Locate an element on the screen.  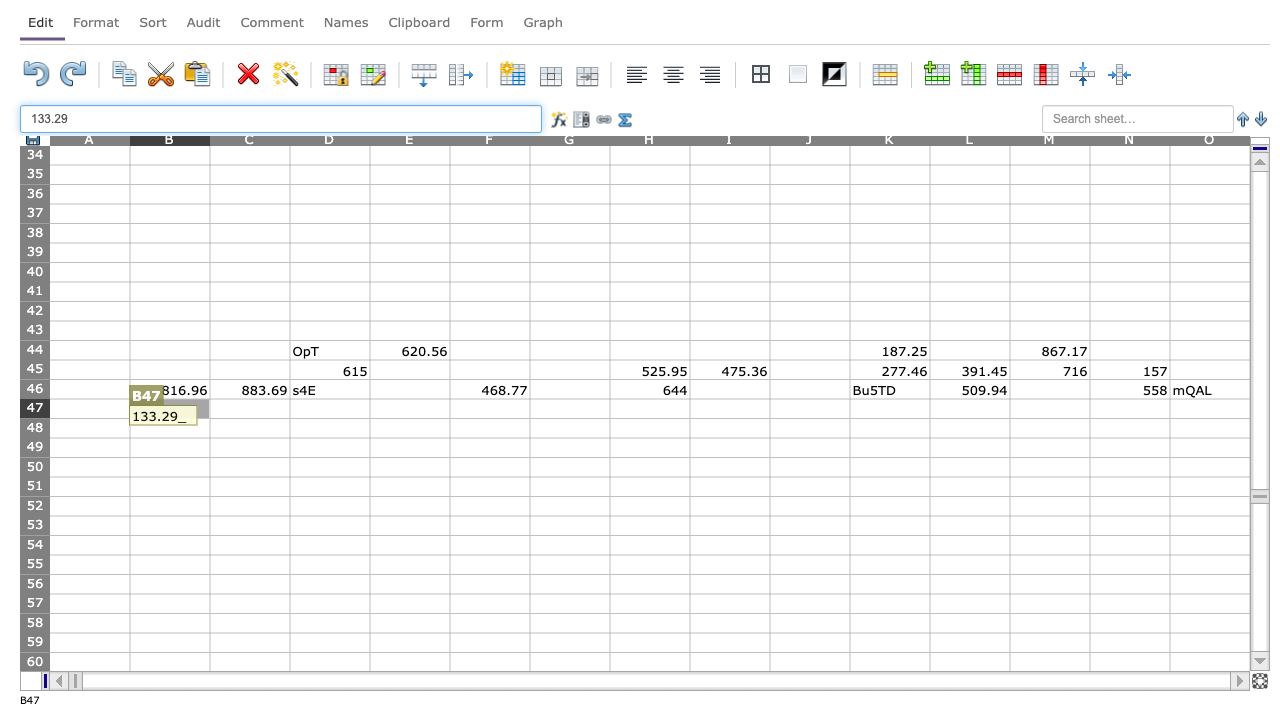
bottom right corner of D59 is located at coordinates (370, 652).